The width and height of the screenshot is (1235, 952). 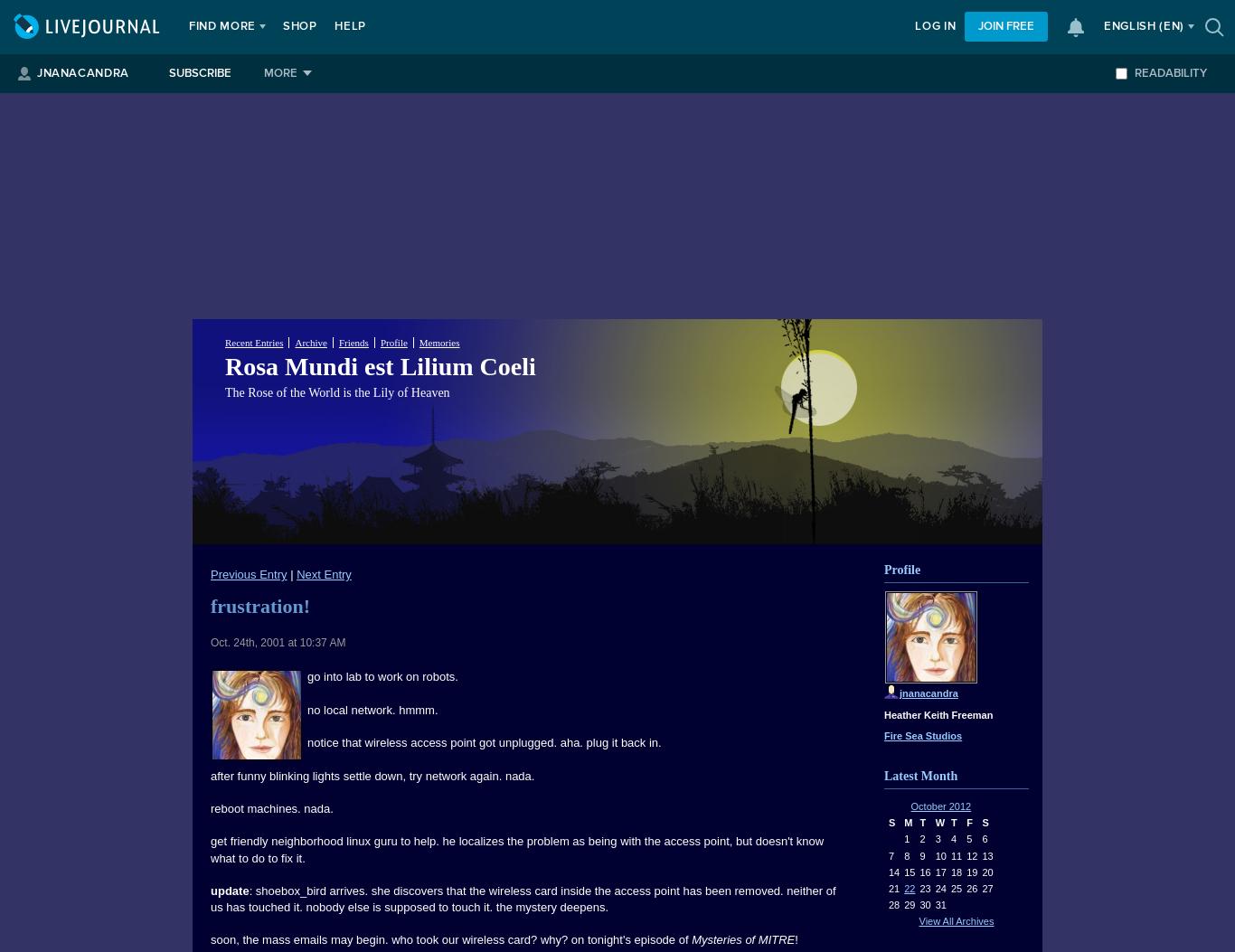 What do you see at coordinates (968, 822) in the screenshot?
I see `'F'` at bounding box center [968, 822].